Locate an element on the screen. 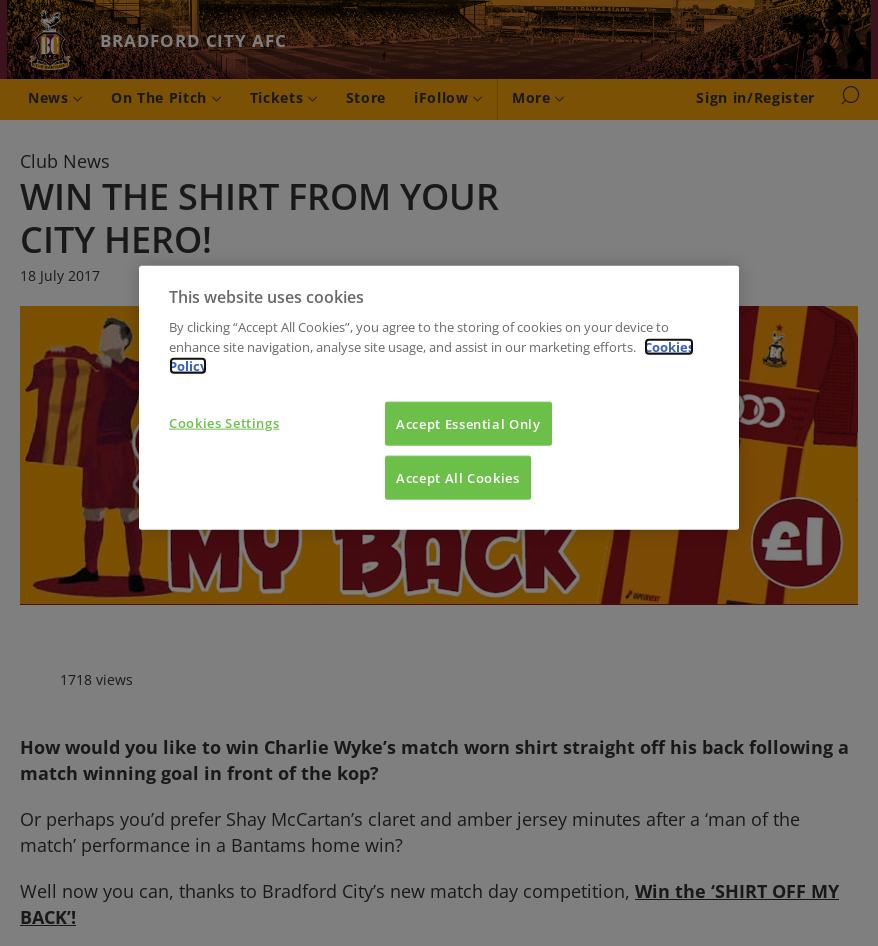  'Well now you can, thanks to Bradford City’s new match day competition,' is located at coordinates (19, 890).